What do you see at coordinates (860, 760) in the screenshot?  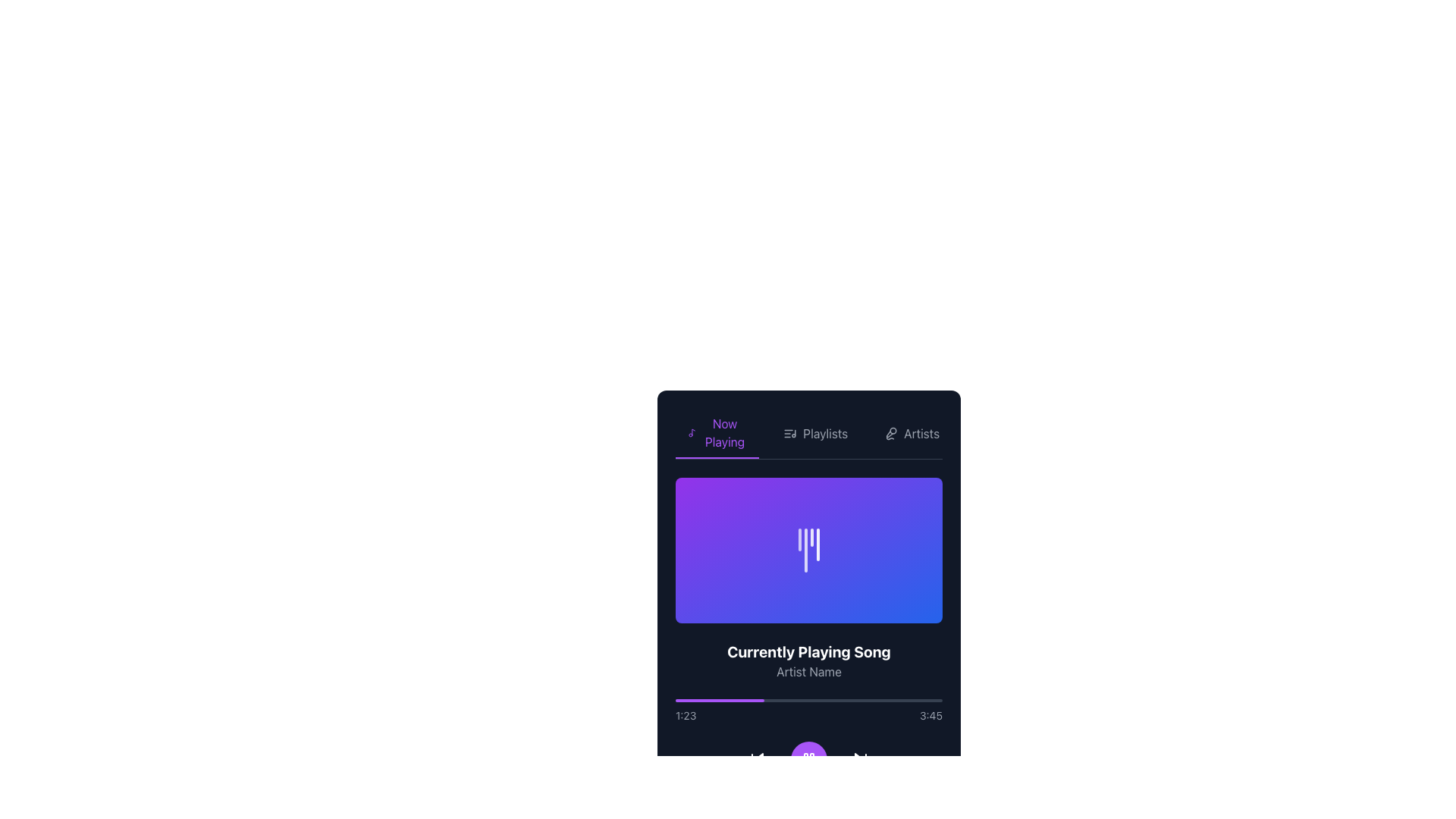 I see `the forward skip button located at the bottom right of the media playback controls` at bounding box center [860, 760].